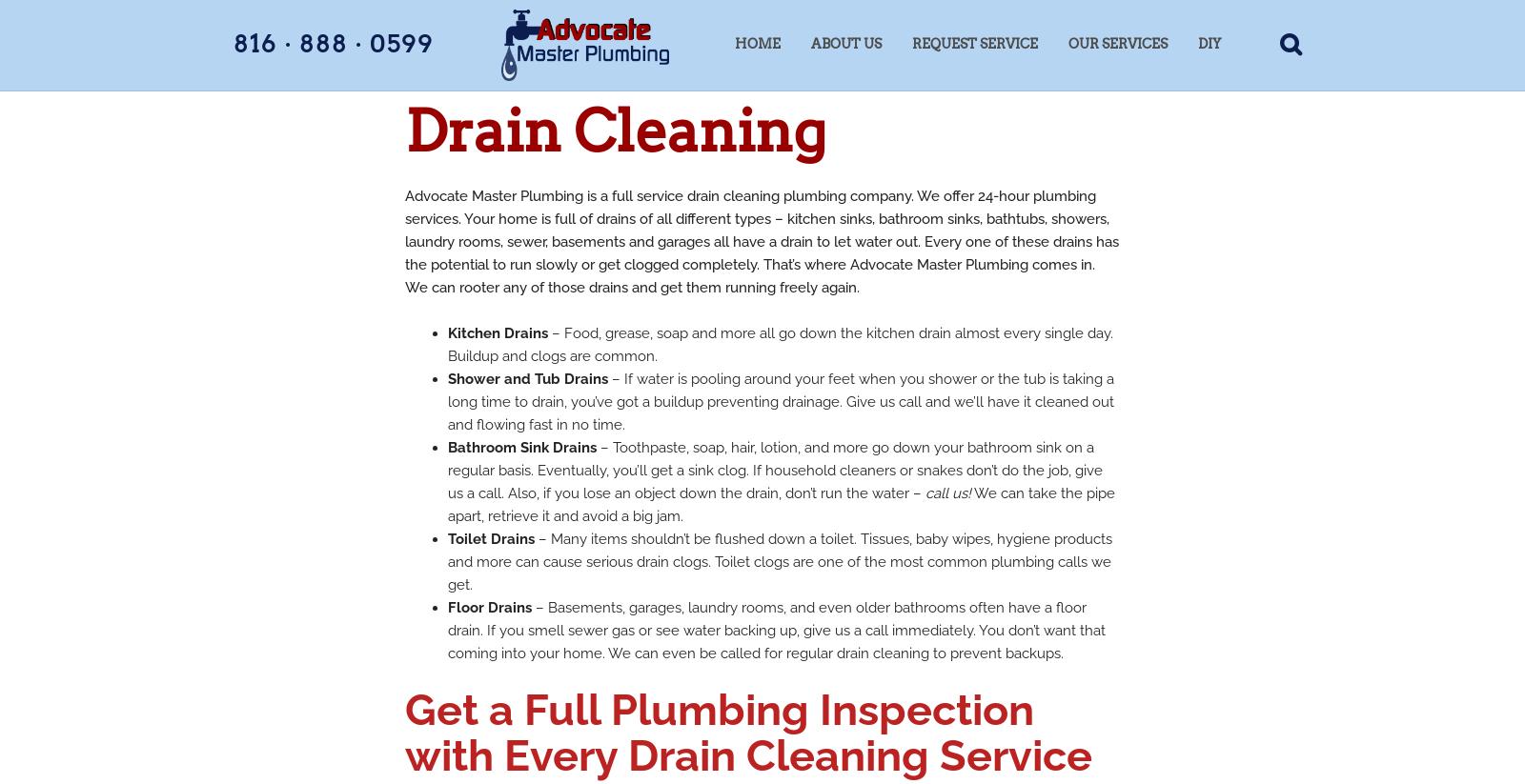 This screenshot has height=784, width=1525. Describe the element at coordinates (780, 345) in the screenshot. I see `'– Food, grease, soap and more all go down the kitchen drain almost every single day. Buildup and clogs are common.'` at that location.